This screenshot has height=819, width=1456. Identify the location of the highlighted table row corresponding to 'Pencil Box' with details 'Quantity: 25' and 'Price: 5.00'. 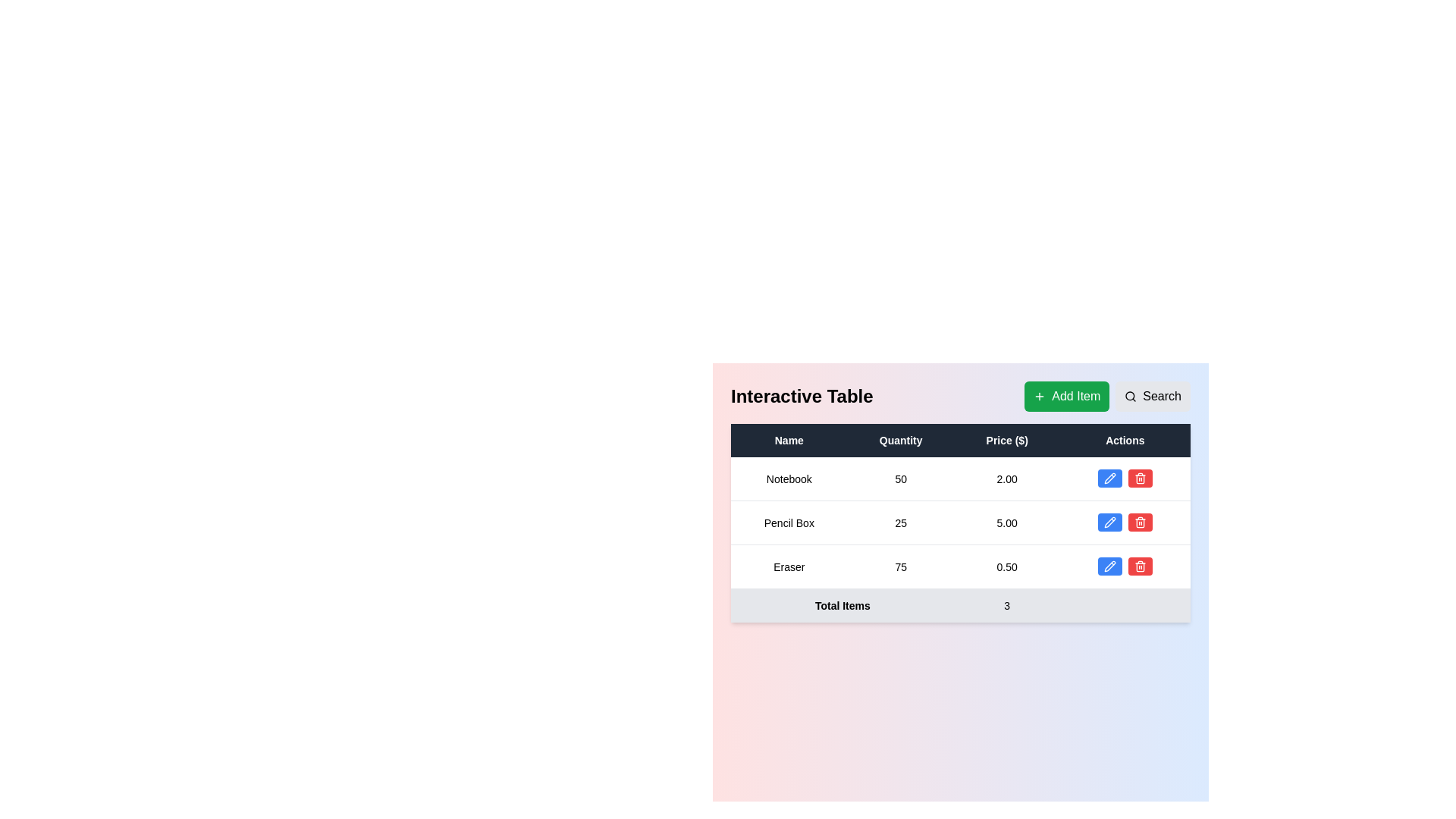
(960, 522).